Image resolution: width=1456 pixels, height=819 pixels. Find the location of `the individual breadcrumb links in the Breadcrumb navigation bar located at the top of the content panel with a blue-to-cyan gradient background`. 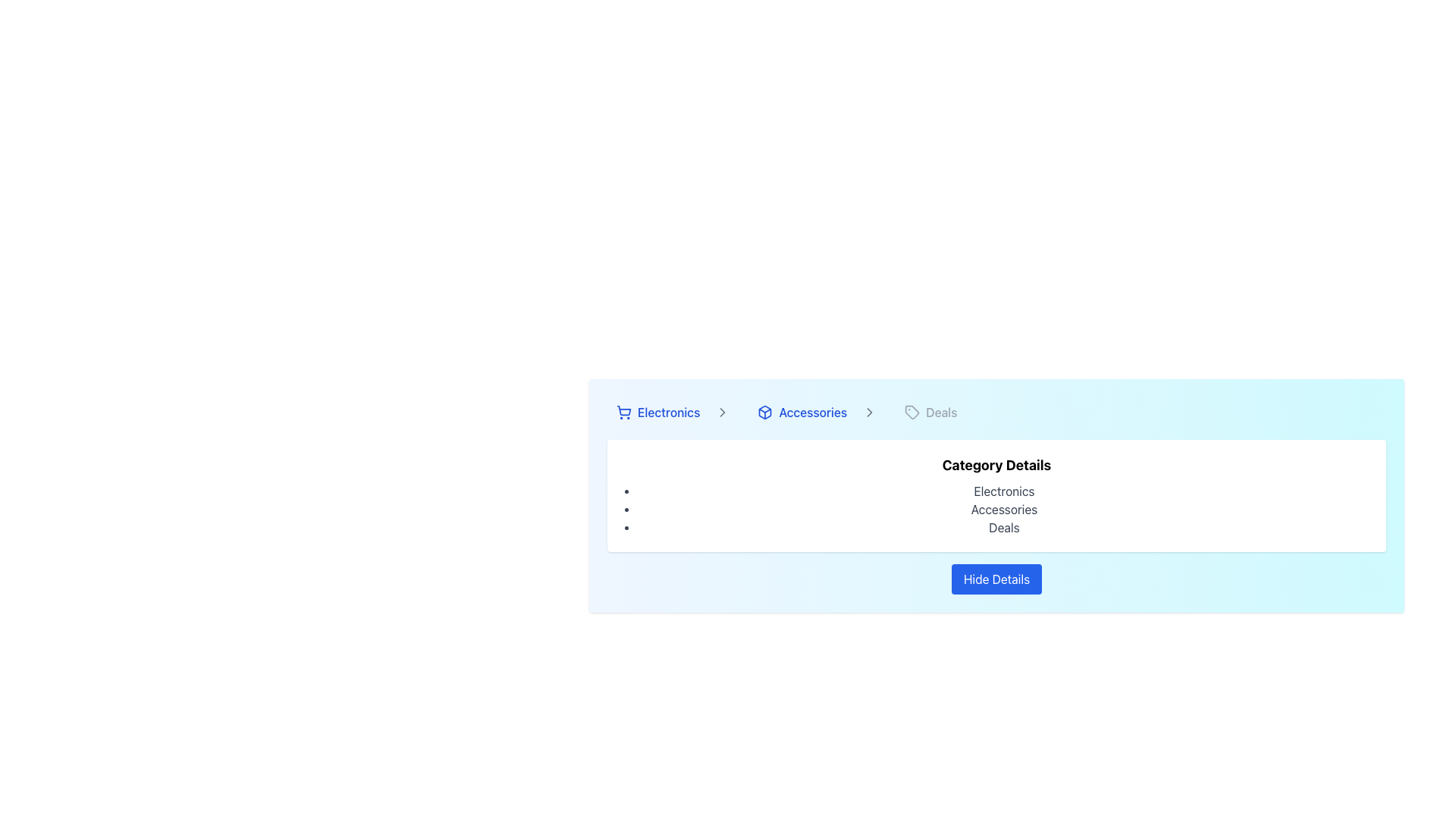

the individual breadcrumb links in the Breadcrumb navigation bar located at the top of the content panel with a blue-to-cyan gradient background is located at coordinates (996, 412).